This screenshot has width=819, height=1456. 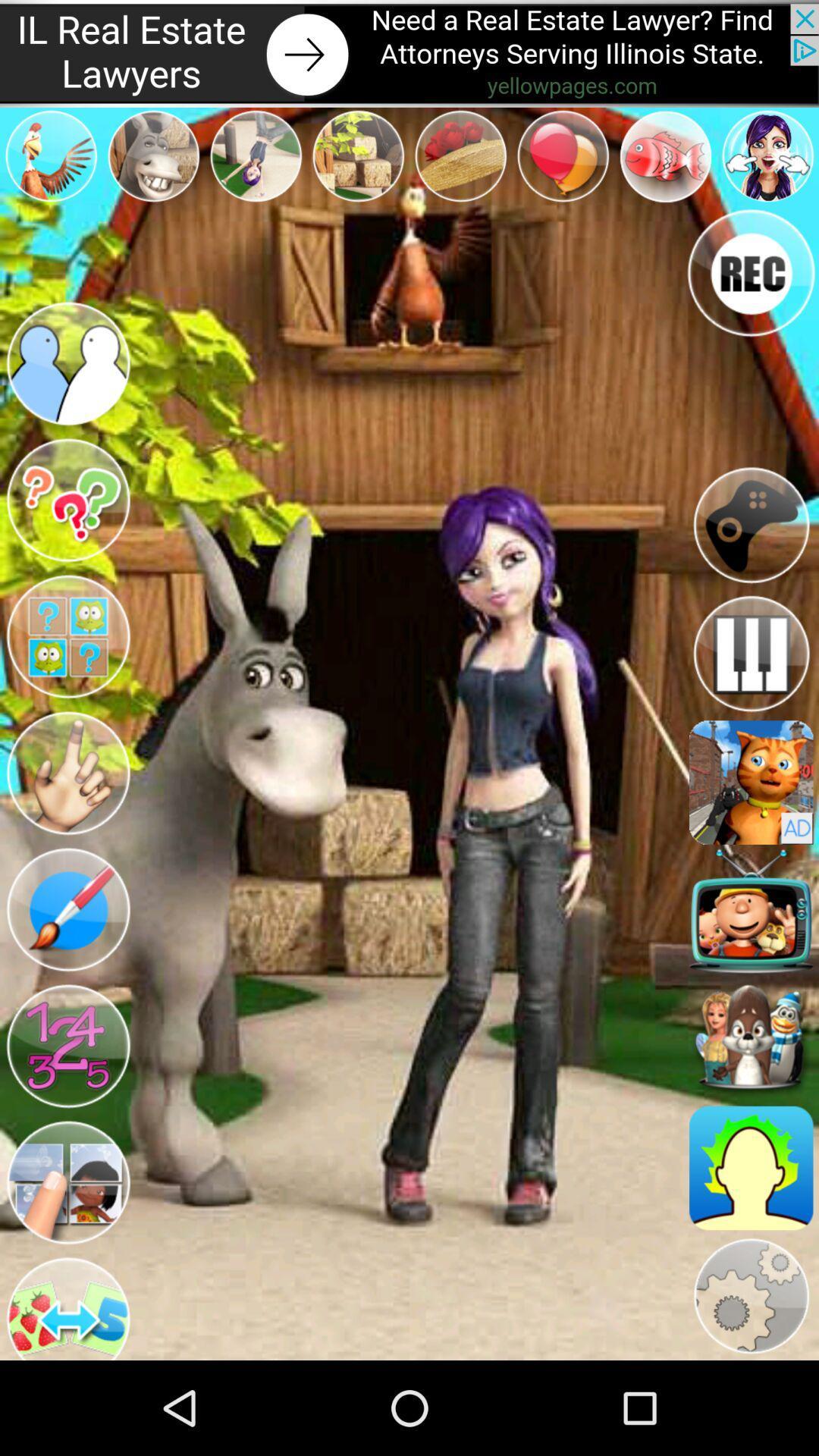 I want to click on the settings icon, so click(x=751, y=1387).